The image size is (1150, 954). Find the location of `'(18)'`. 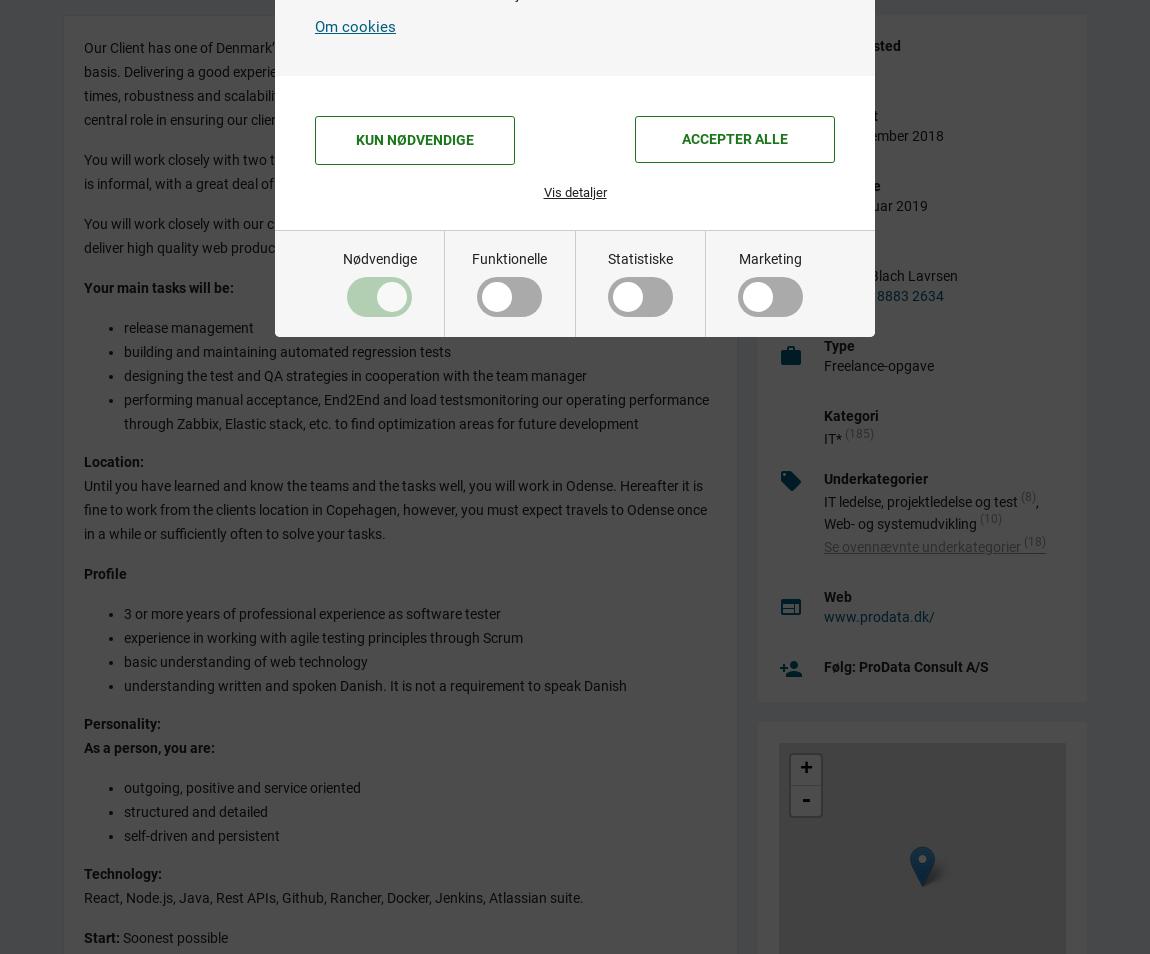

'(18)' is located at coordinates (1035, 540).